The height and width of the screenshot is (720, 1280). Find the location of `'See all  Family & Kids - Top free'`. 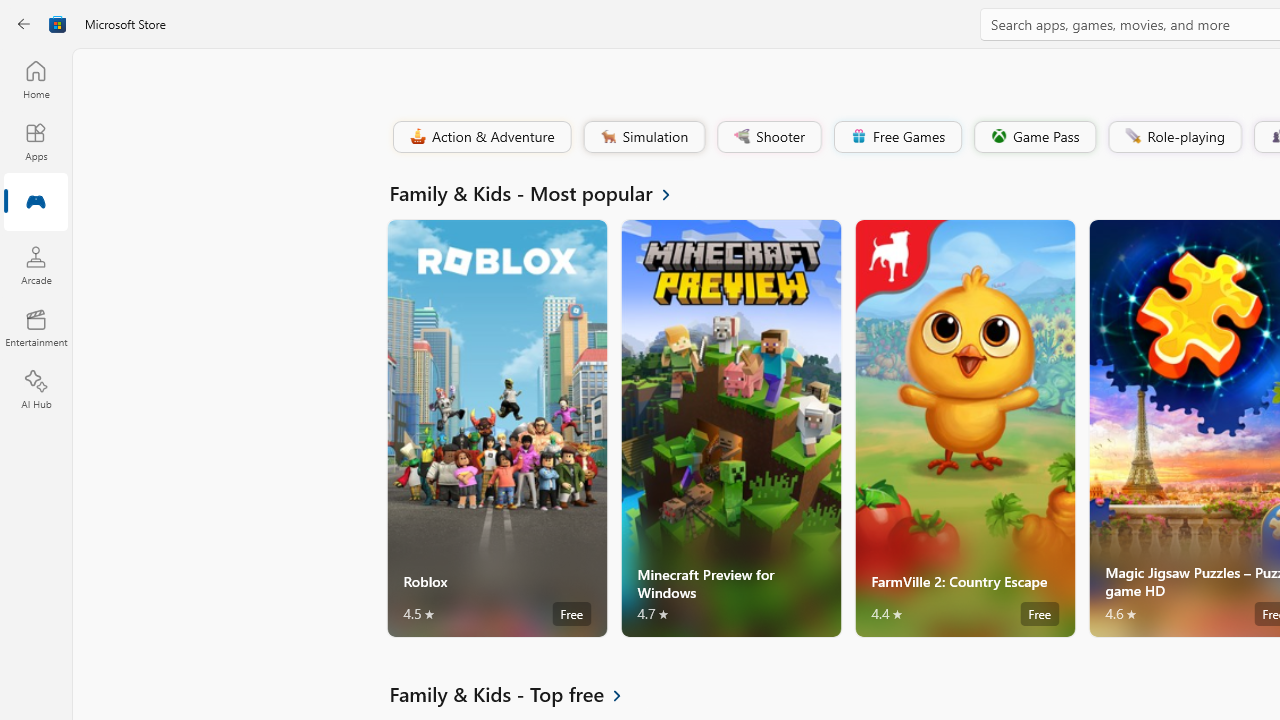

'See all  Family & Kids - Top free' is located at coordinates (517, 693).